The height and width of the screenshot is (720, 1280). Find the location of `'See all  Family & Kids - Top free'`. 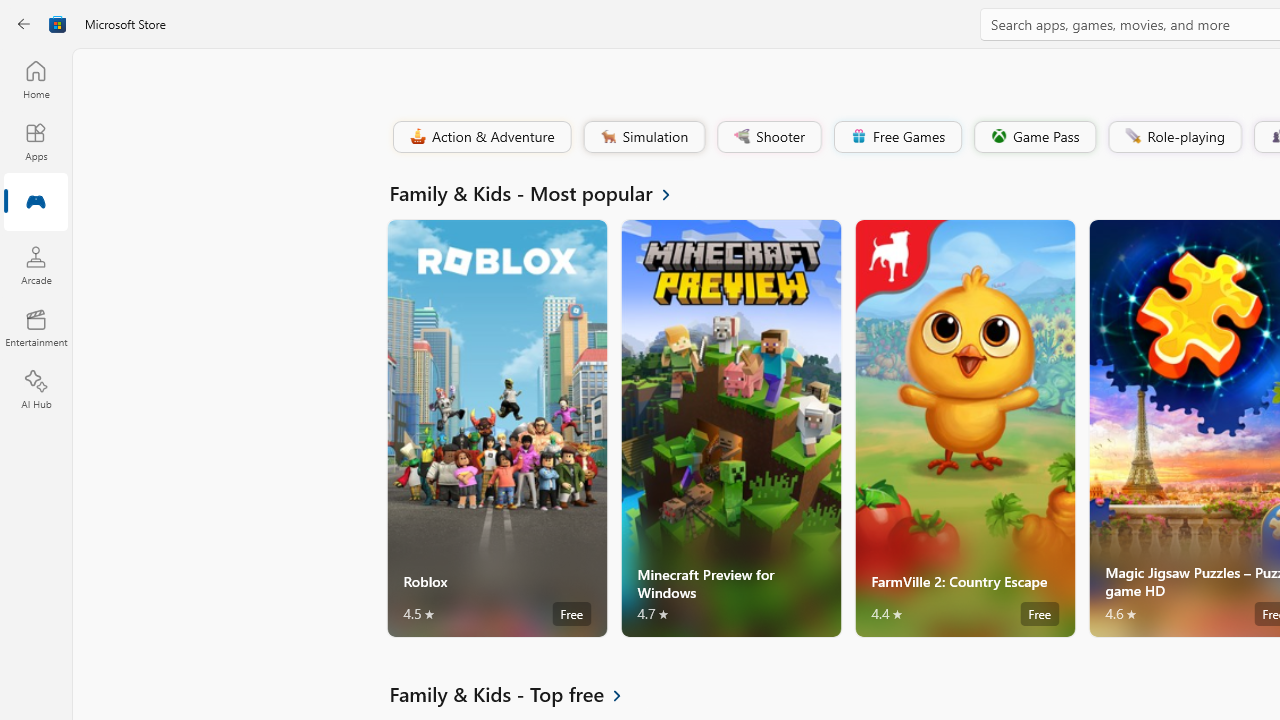

'See all  Family & Kids - Top free' is located at coordinates (517, 693).